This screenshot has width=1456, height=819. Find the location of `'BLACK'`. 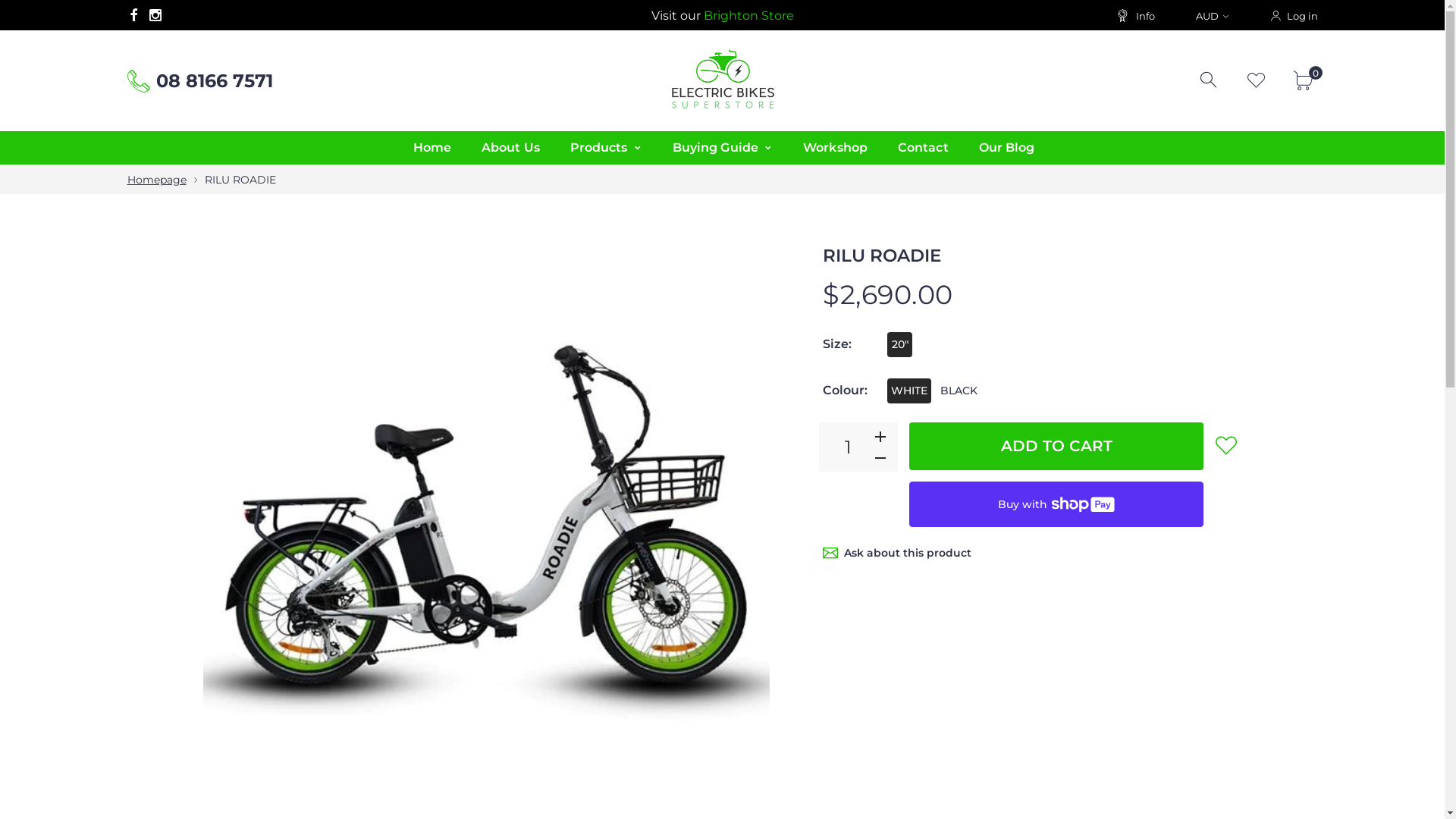

'BLACK' is located at coordinates (958, 390).